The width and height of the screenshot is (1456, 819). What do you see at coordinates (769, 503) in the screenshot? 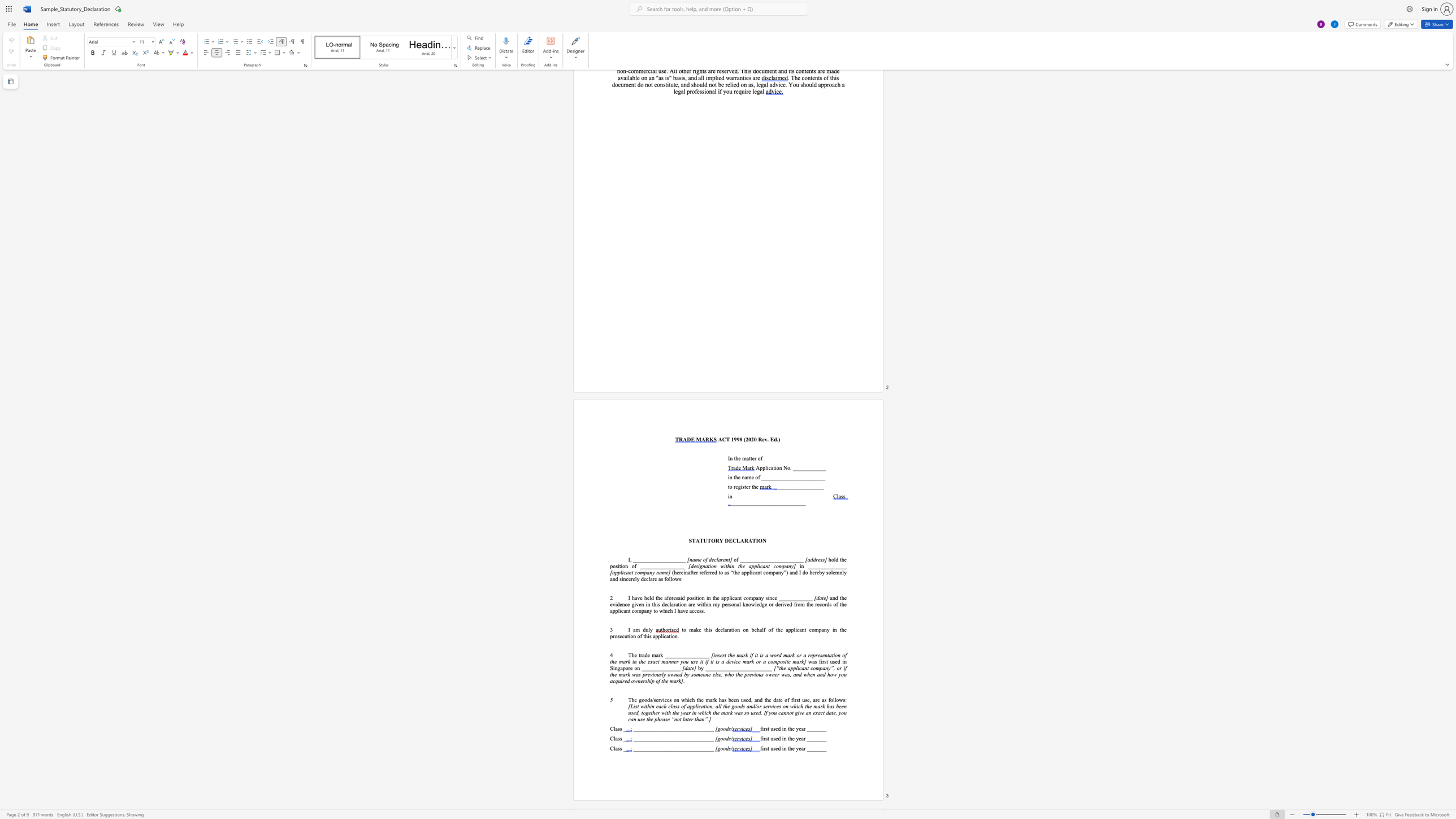
I see `the subset text "_____________" within the text "___________________________"` at bounding box center [769, 503].